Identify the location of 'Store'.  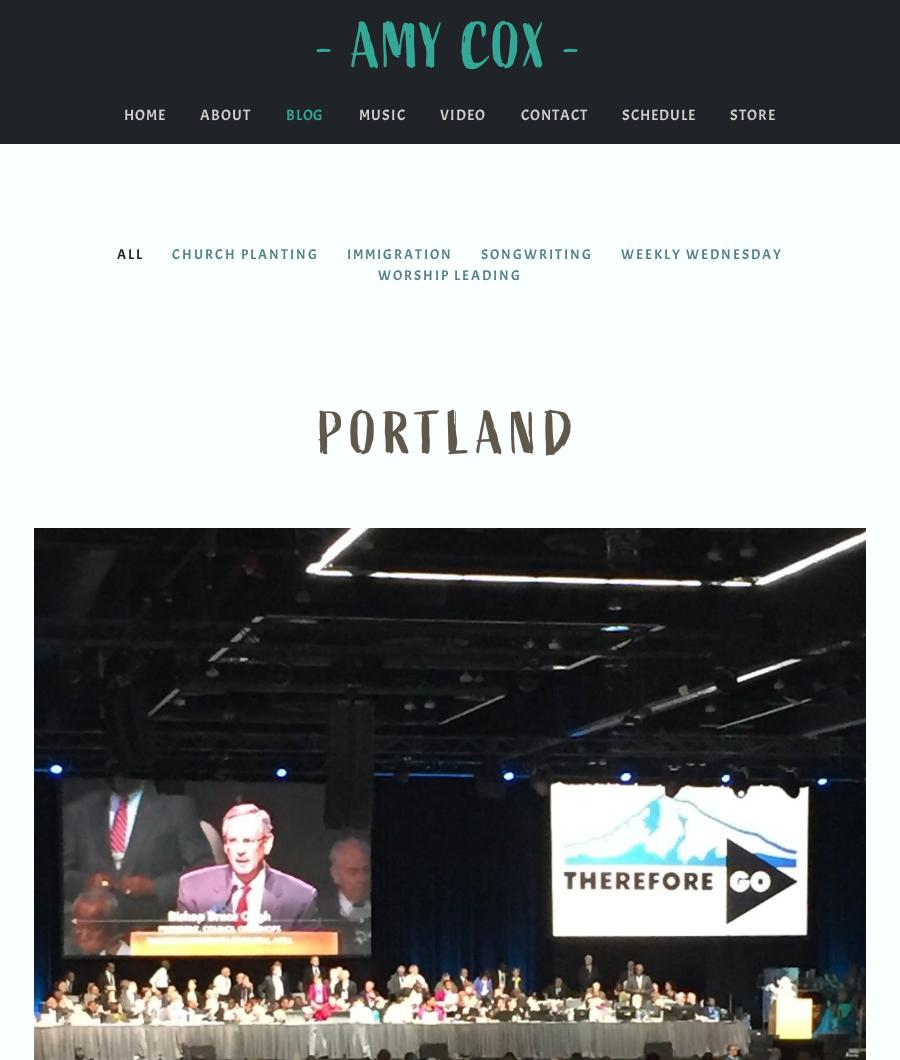
(752, 115).